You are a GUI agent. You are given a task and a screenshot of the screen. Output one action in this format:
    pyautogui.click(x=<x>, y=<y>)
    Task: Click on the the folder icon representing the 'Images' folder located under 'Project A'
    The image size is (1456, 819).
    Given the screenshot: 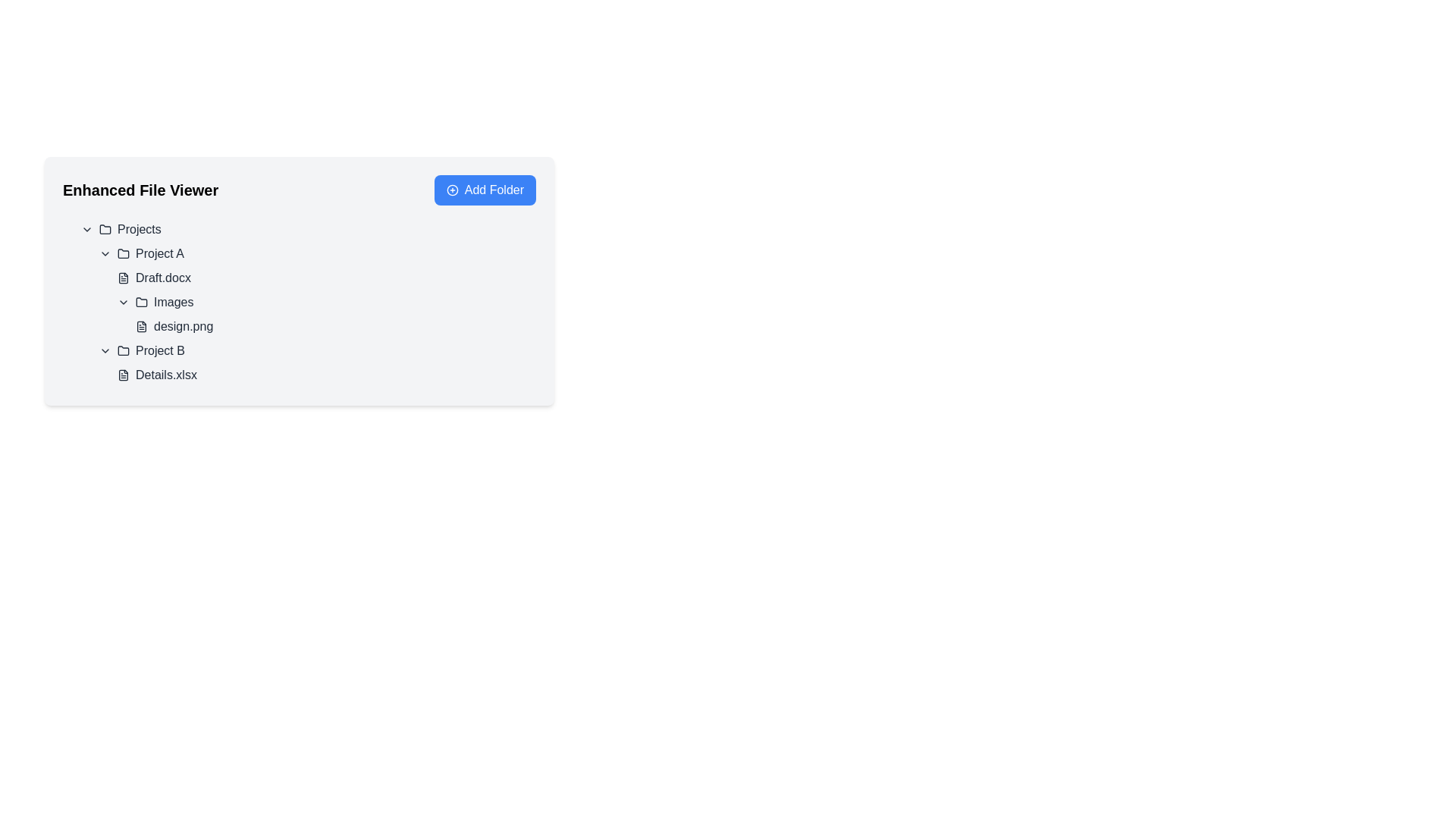 What is the action you would take?
    pyautogui.click(x=142, y=301)
    